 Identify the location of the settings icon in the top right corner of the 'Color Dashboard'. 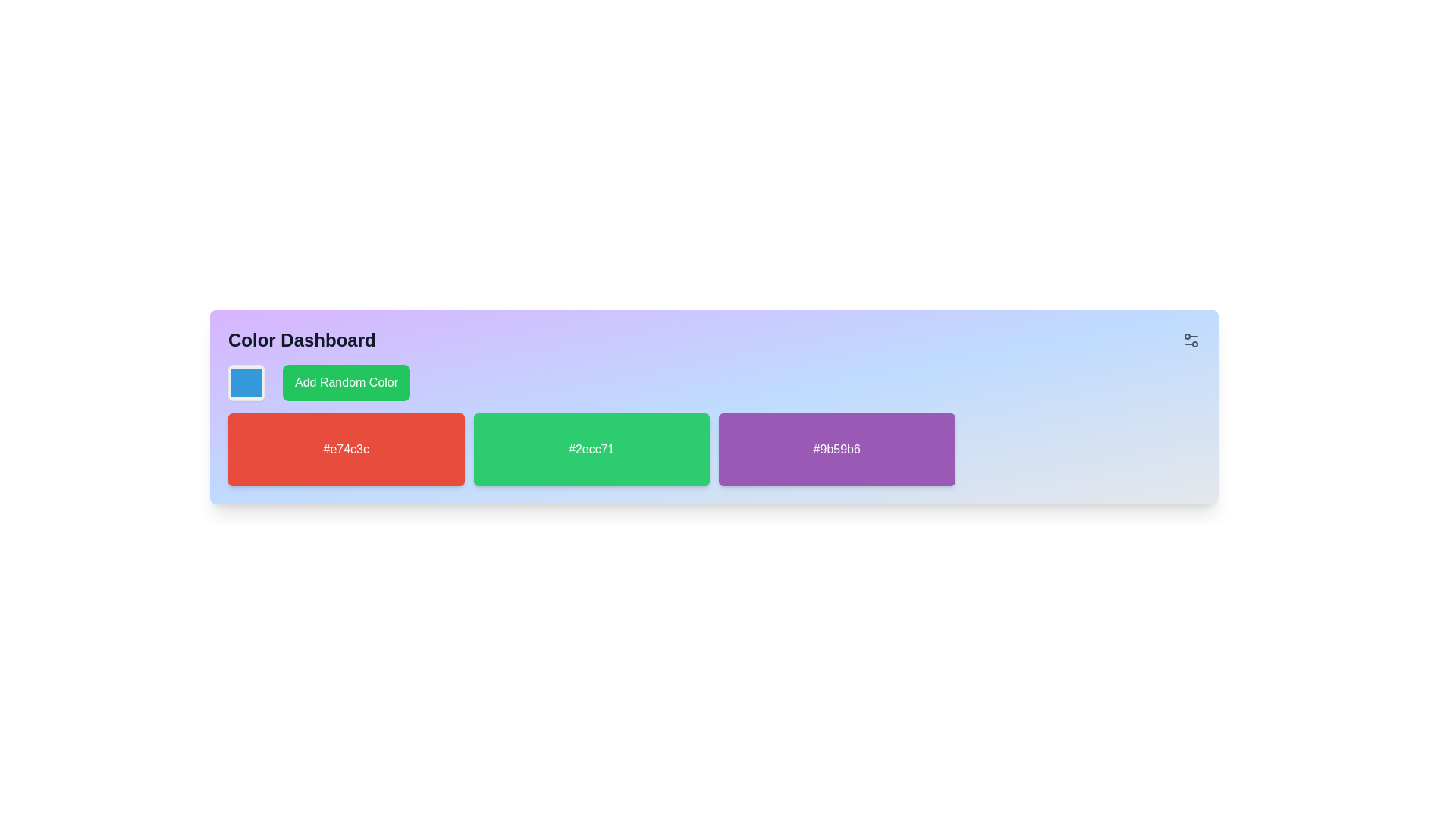
(1190, 339).